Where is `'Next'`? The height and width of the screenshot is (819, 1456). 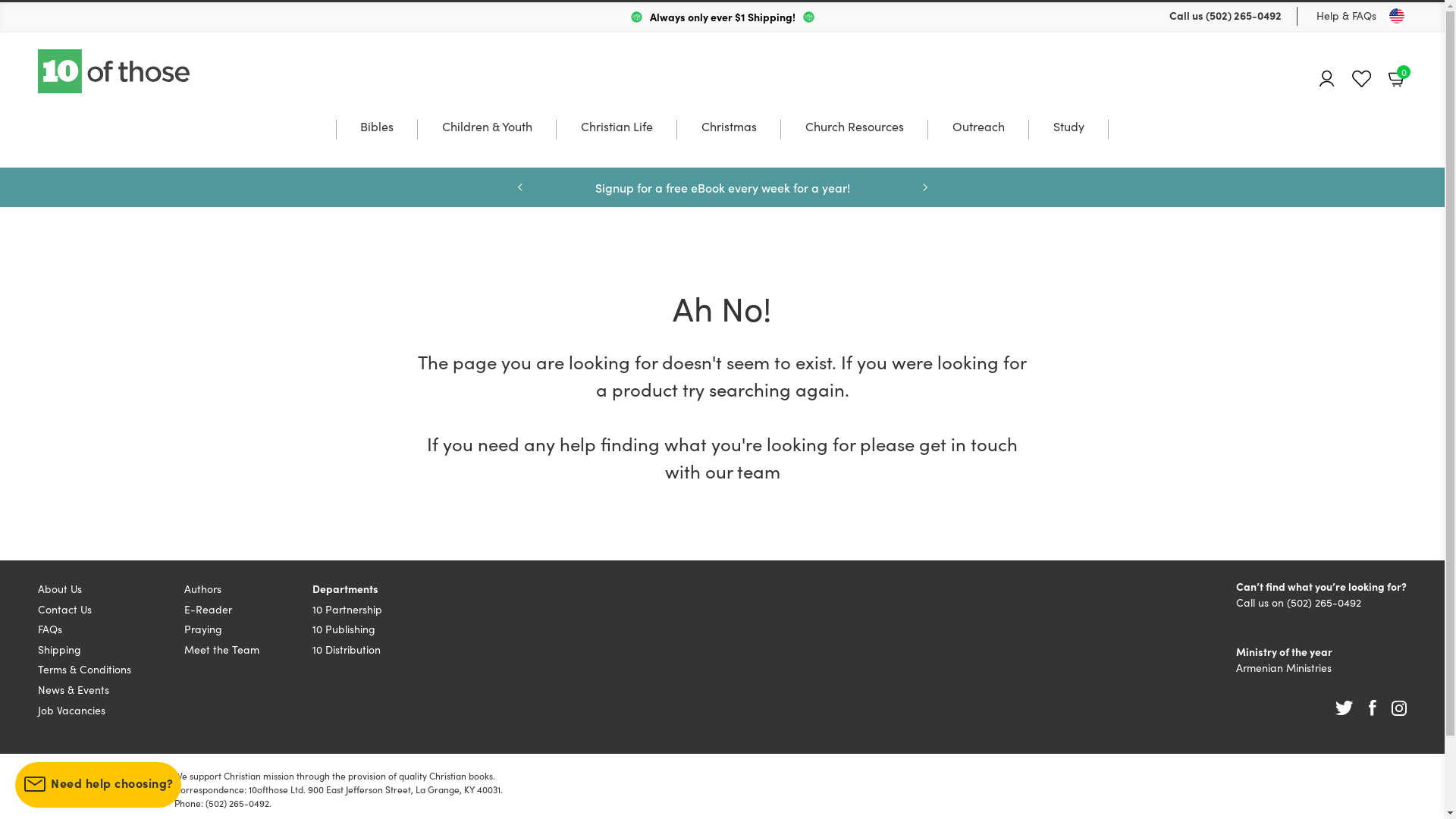
'Next' is located at coordinates (924, 186).